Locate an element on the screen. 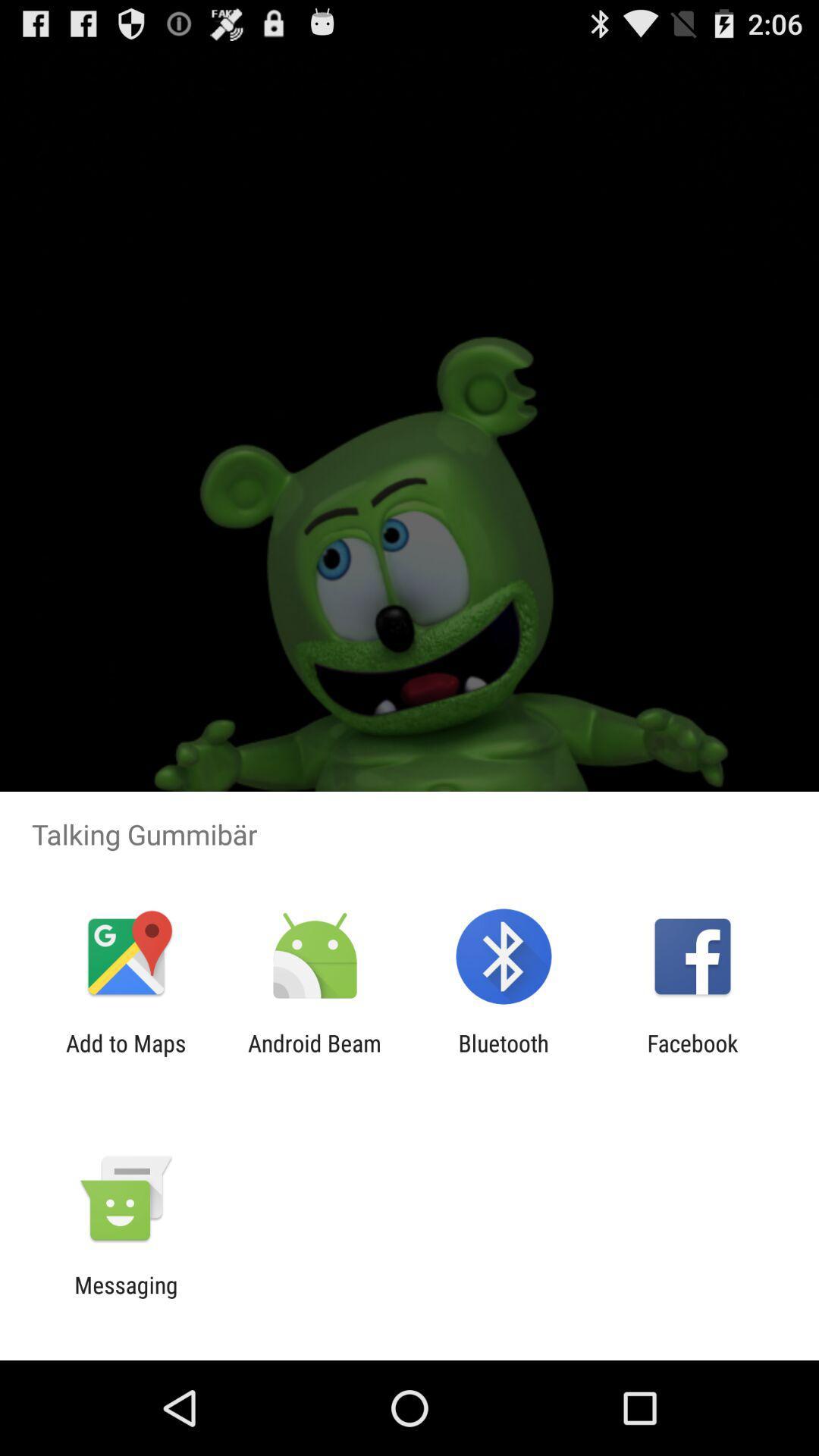  the app at the bottom right corner is located at coordinates (692, 1056).